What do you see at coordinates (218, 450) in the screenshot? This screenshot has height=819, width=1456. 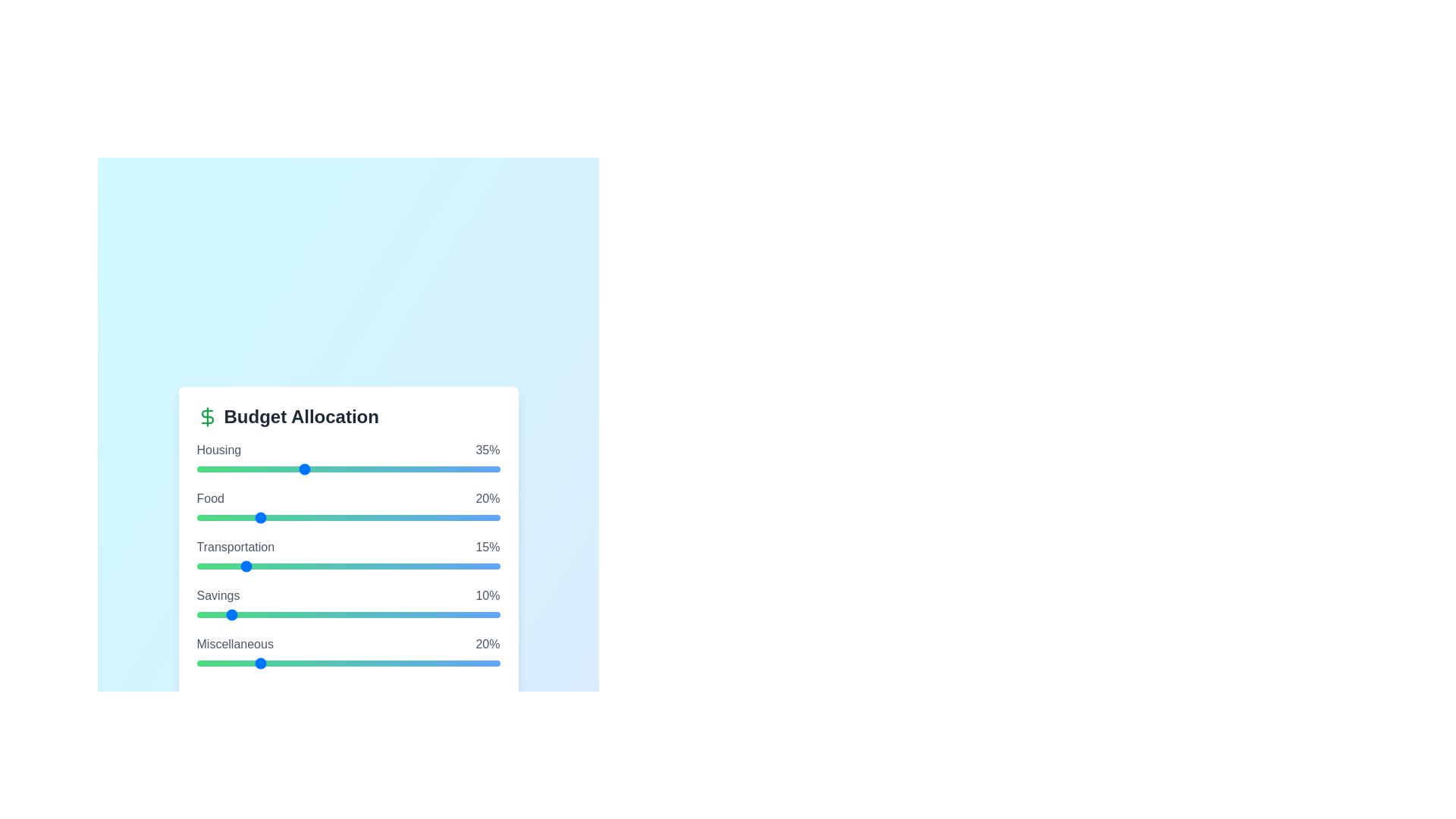 I see `the category name Housing to focus on it` at bounding box center [218, 450].